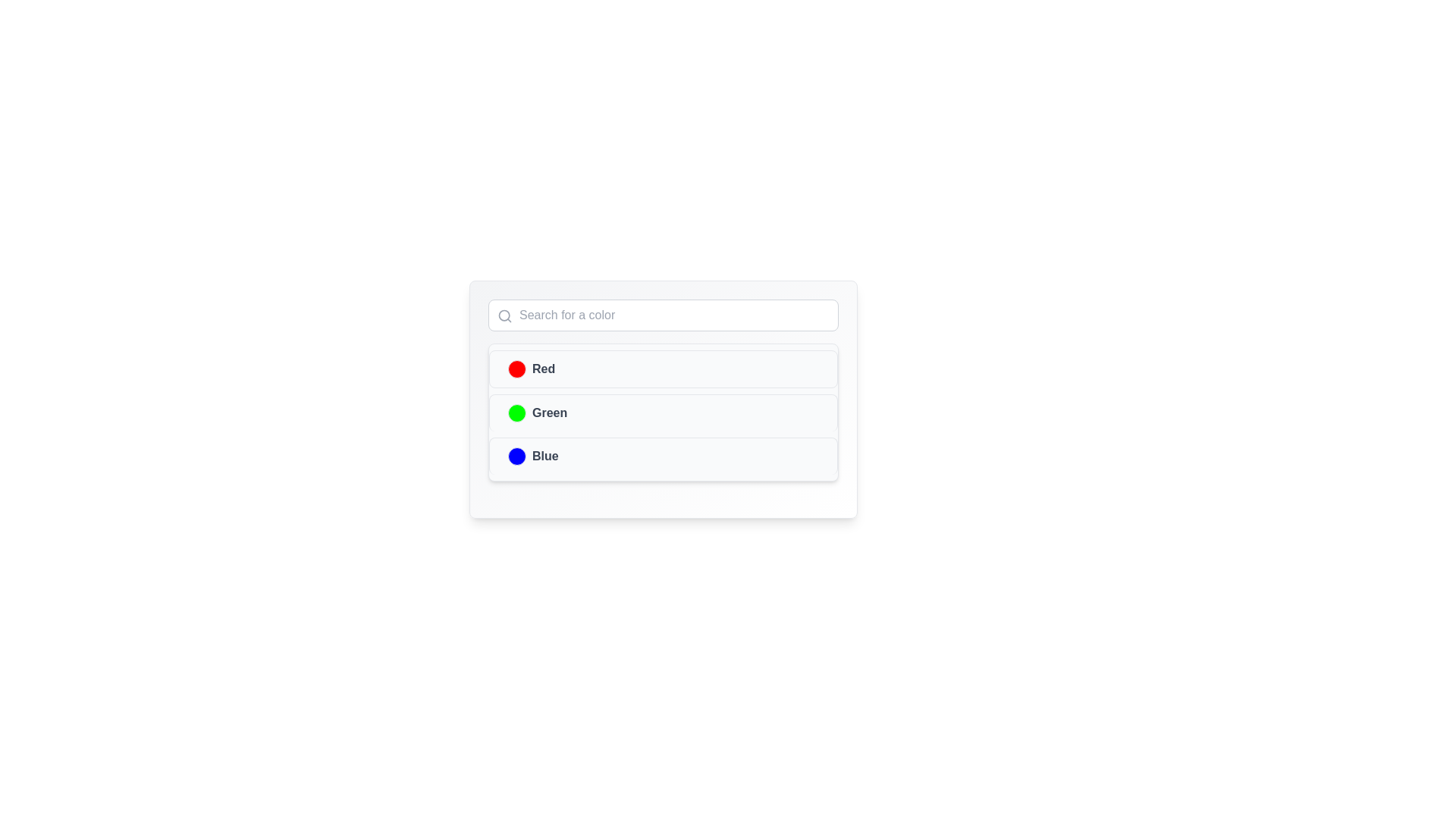  What do you see at coordinates (516, 413) in the screenshot?
I see `the non-interactive green color indicator, which is a circular element with a vibrant green fill and a thin gray outline, located to the left of the 'Green' text in the list of colored items` at bounding box center [516, 413].